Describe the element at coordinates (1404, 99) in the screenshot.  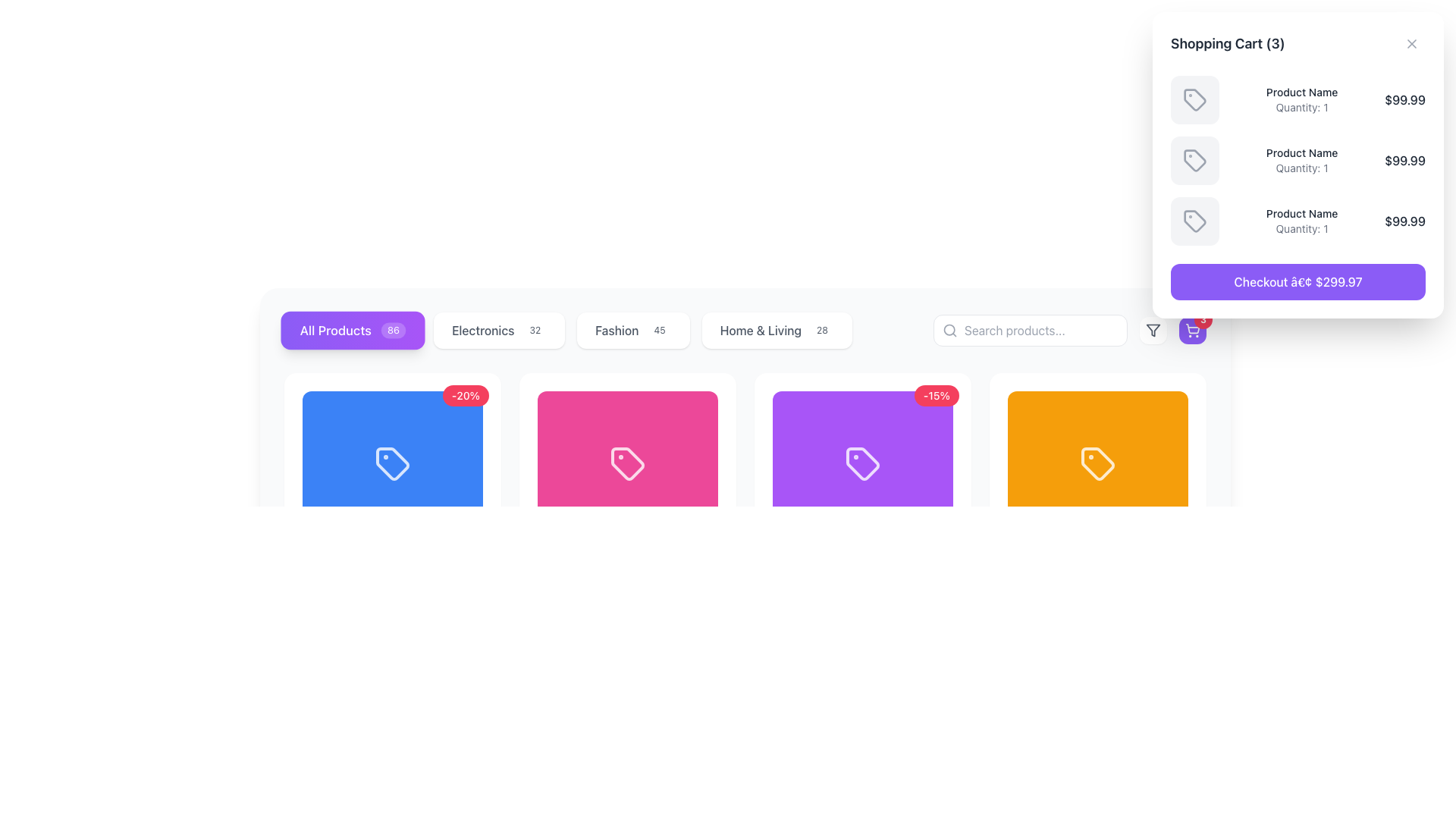
I see `the static text display that shows the price of the product in the 'Shopping Cart' modal window, located to the right of 'Product Name' and 'Quantity: 1'` at that location.